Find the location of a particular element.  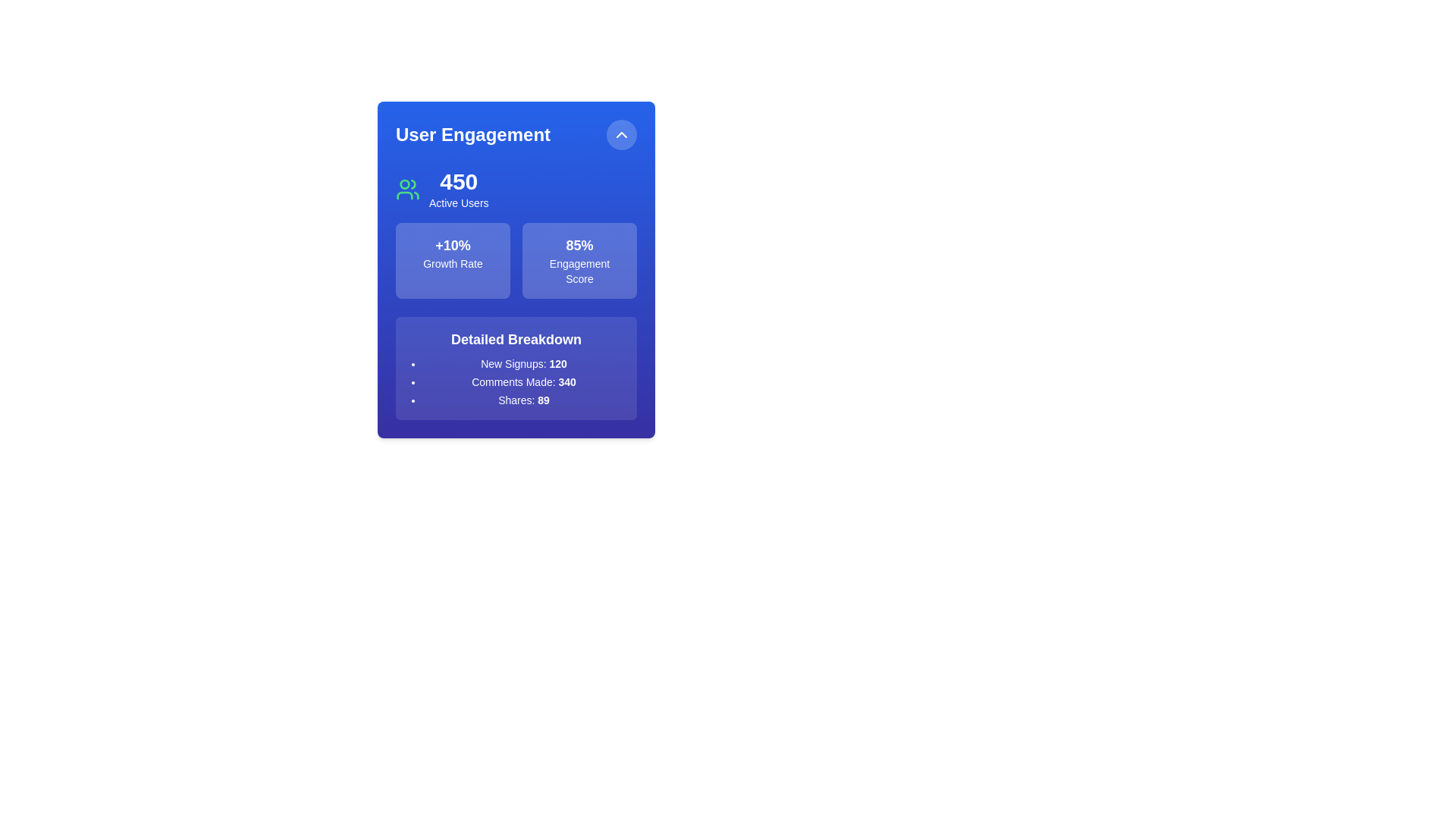

the user icon, which is represented by a greenish rounded arc segment located to the left of the '450 Active Users' text in the 'User Engagement' card is located at coordinates (404, 195).